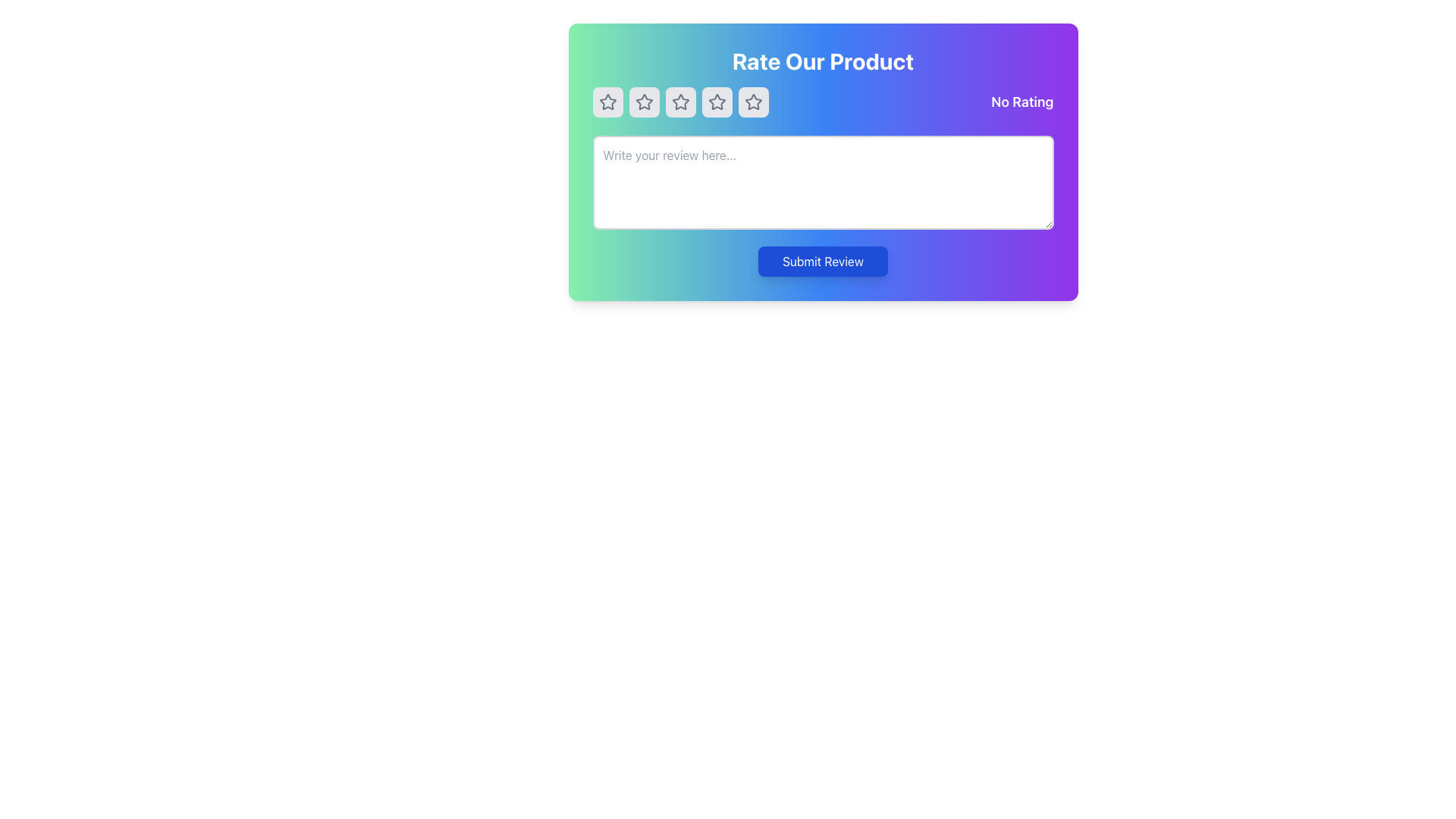 The image size is (1456, 819). Describe the element at coordinates (753, 102) in the screenshot. I see `the fifth rounded rectangular button with a gray background and a star icon` at that location.